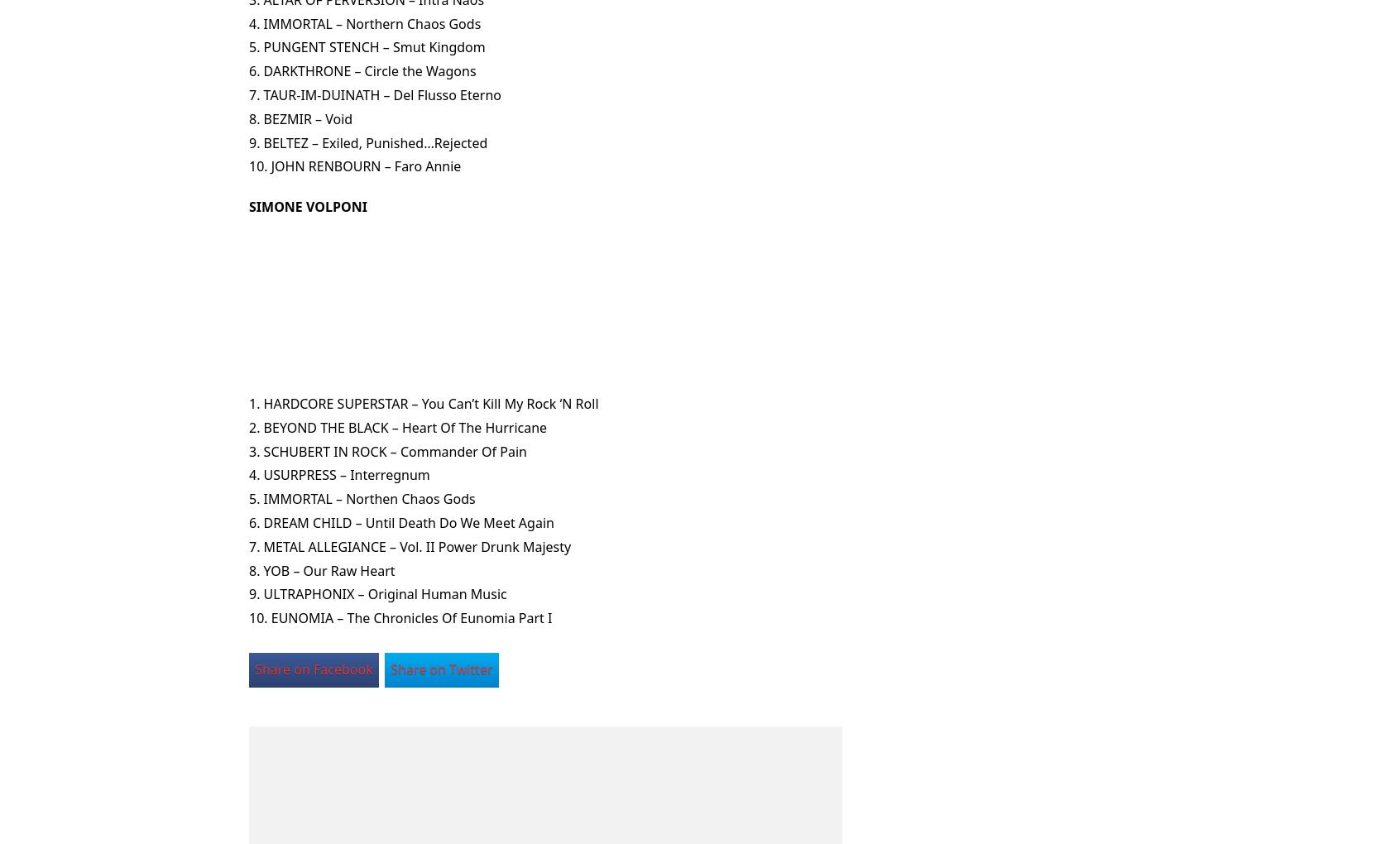  I want to click on '4. USURPRESS – Interregnum', so click(338, 474).